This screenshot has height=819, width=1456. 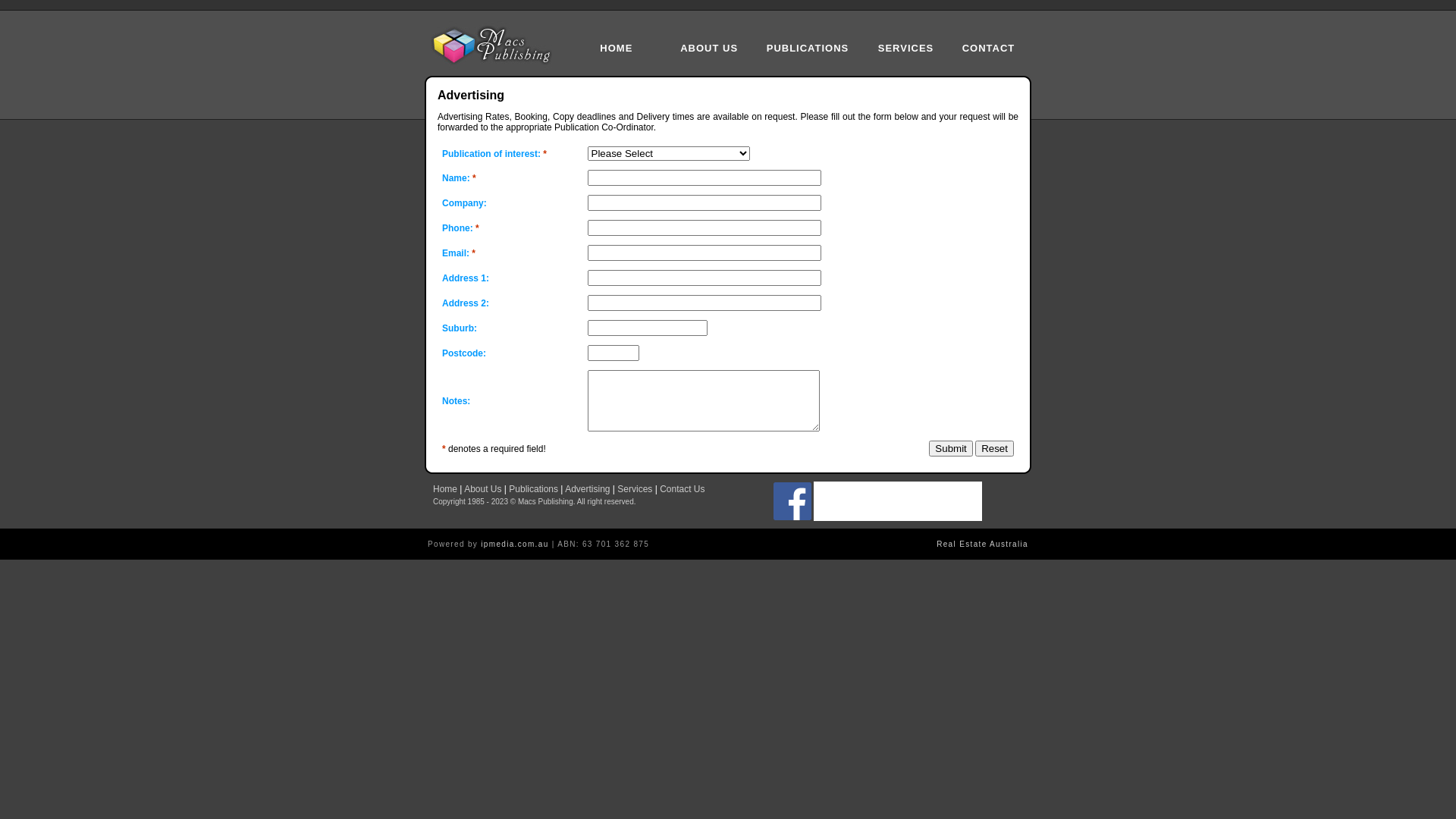 What do you see at coordinates (586, 488) in the screenshot?
I see `'Advertising'` at bounding box center [586, 488].